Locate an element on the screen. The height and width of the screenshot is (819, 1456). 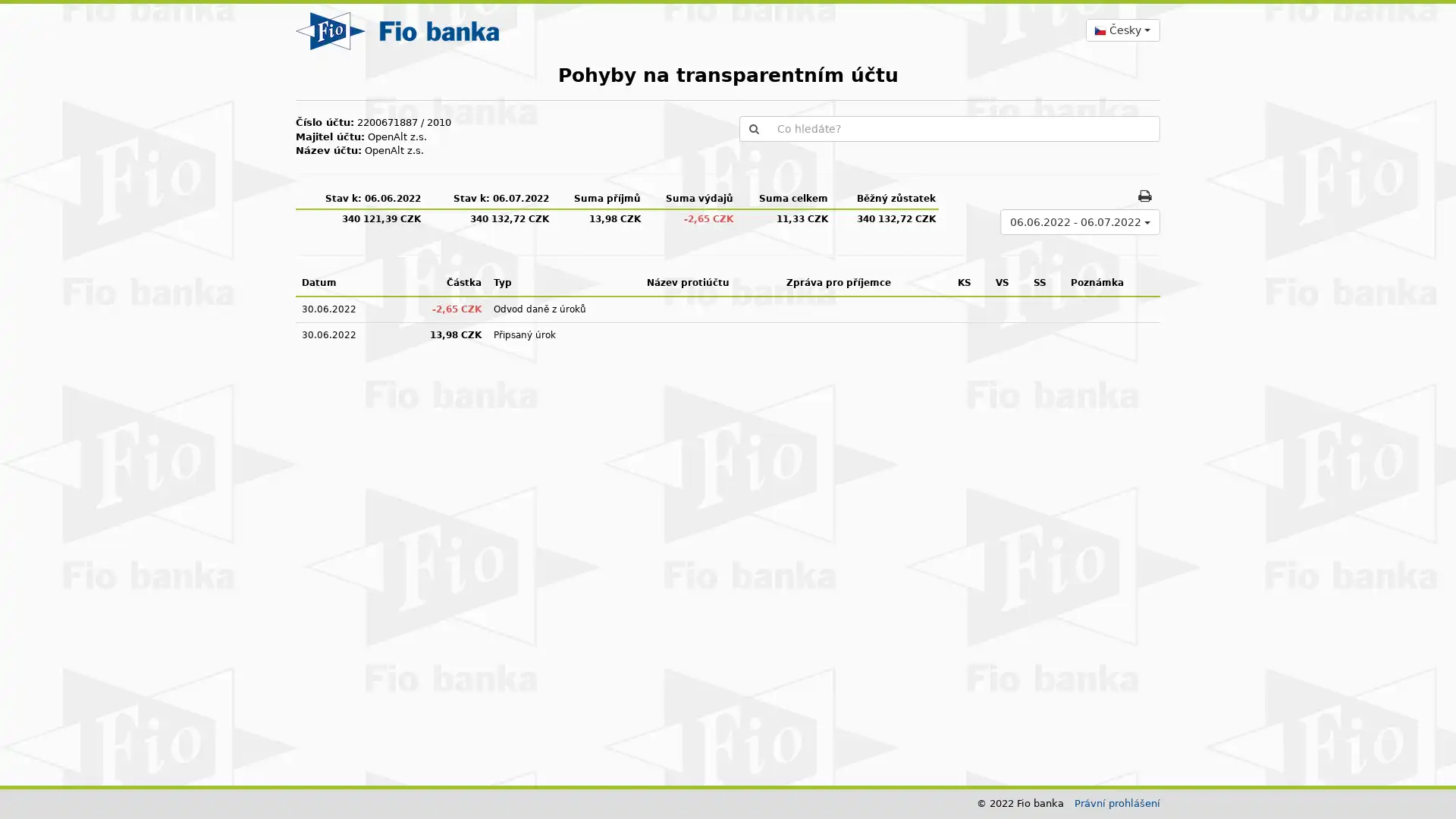
Cesky is located at coordinates (1122, 30).